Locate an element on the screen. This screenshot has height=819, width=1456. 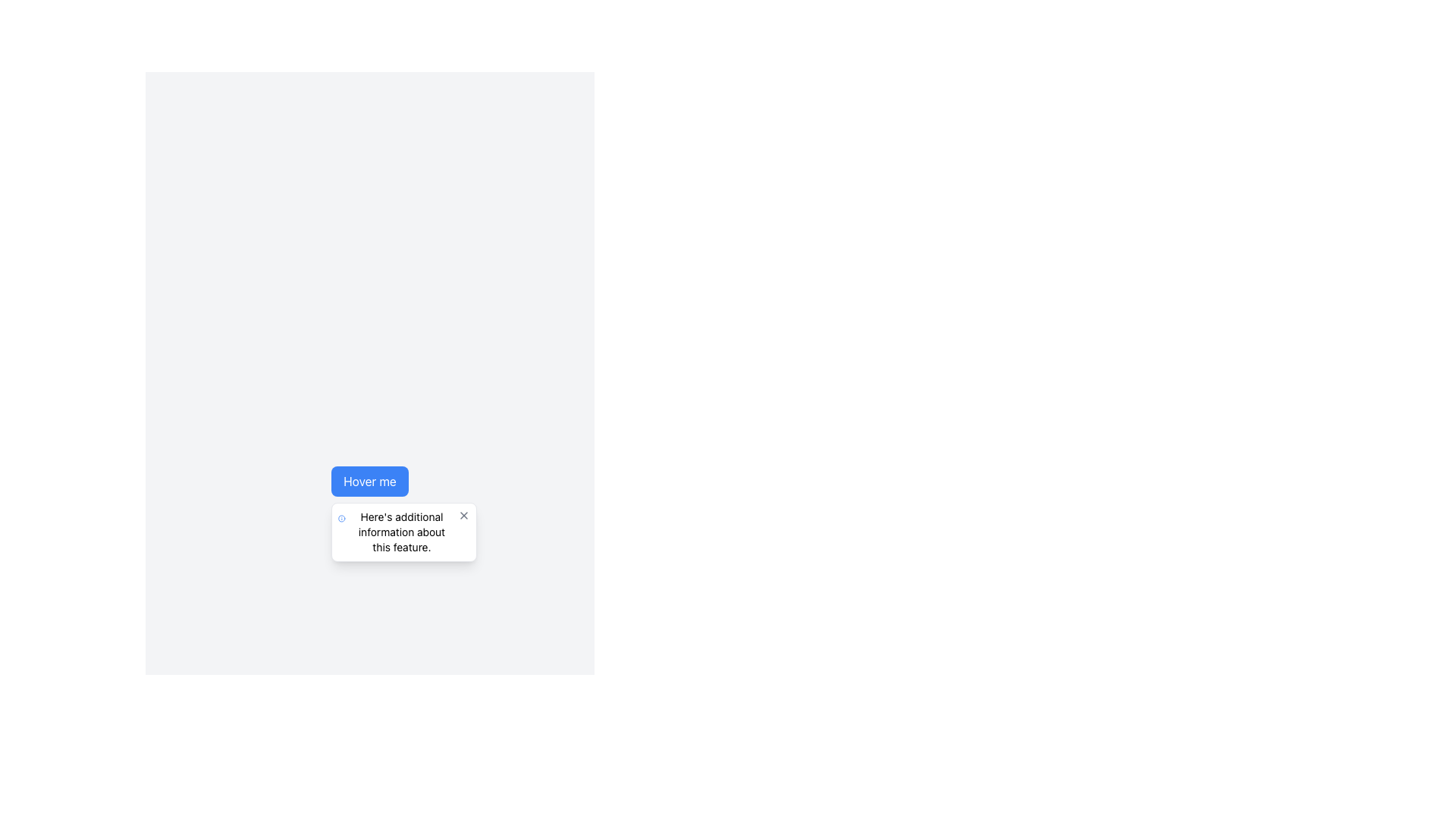
content displayed in the tooltip that appears below the 'Hover me' button is located at coordinates (401, 532).